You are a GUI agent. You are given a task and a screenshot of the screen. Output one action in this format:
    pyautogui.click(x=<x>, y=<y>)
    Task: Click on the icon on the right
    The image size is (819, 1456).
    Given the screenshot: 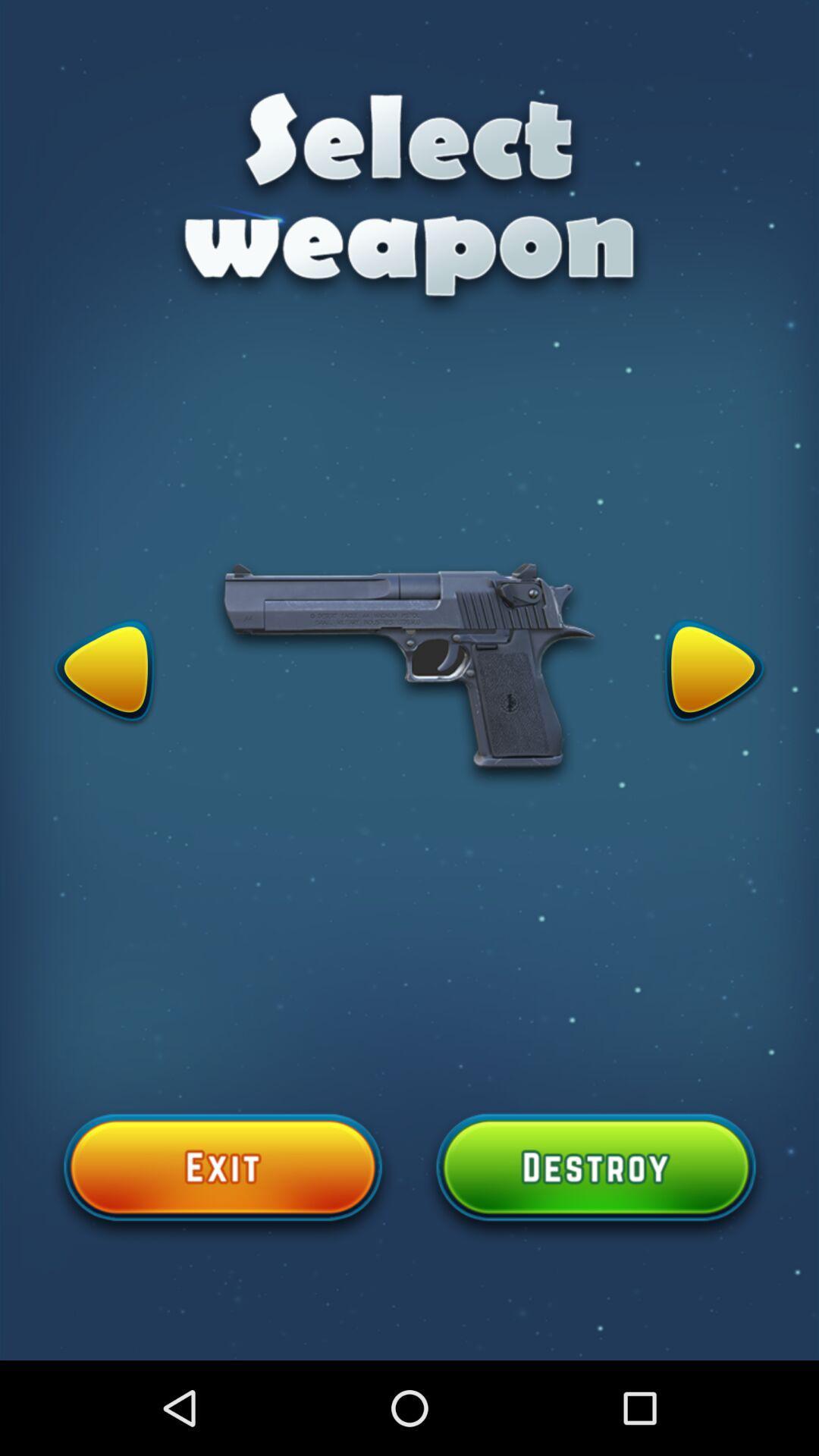 What is the action you would take?
    pyautogui.click(x=714, y=673)
    